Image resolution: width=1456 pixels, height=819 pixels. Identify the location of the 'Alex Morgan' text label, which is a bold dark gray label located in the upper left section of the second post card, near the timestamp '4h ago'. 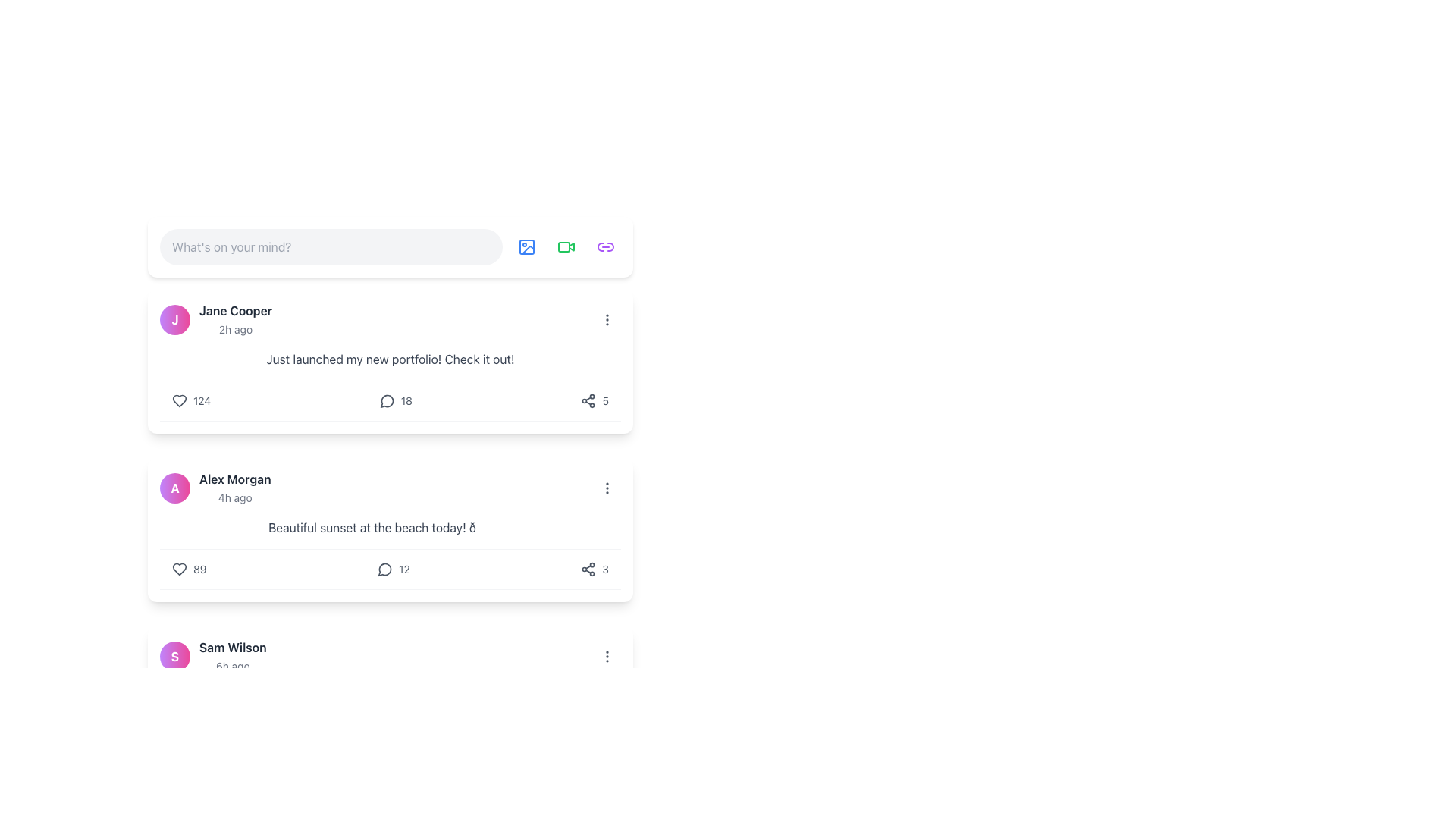
(234, 479).